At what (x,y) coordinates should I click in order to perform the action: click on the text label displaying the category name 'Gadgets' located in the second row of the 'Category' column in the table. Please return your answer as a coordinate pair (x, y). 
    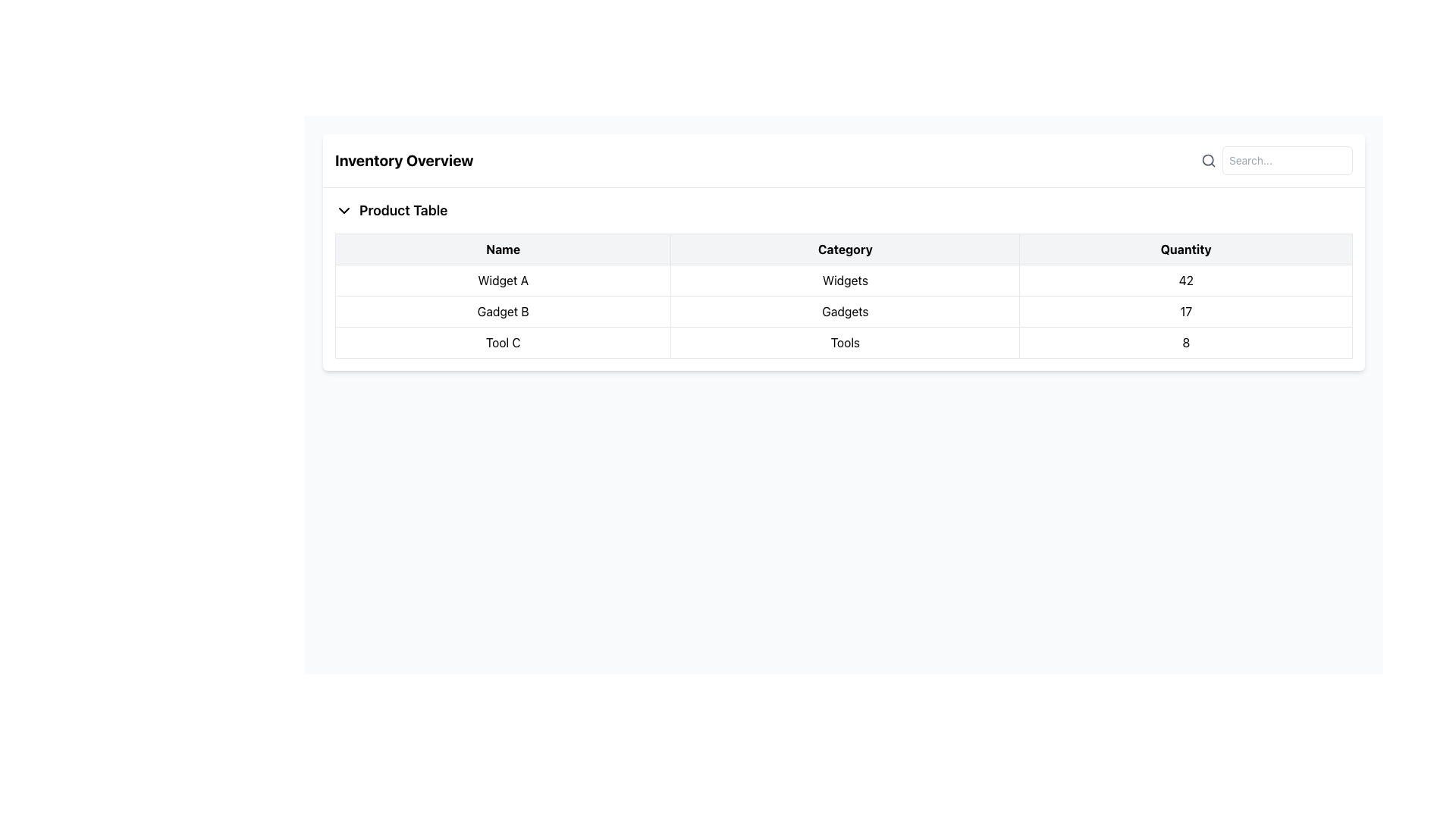
    Looking at the image, I should click on (844, 311).